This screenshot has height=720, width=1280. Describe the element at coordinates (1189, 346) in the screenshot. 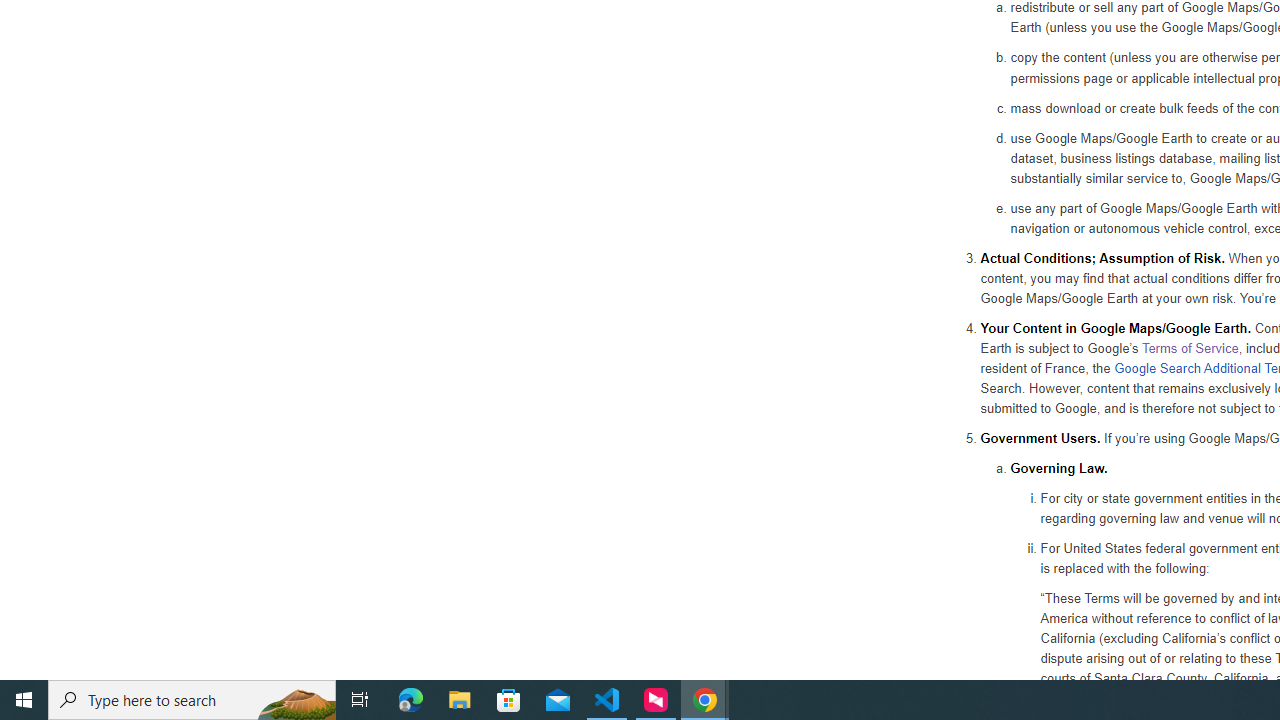

I see `'Terms of Service'` at that location.